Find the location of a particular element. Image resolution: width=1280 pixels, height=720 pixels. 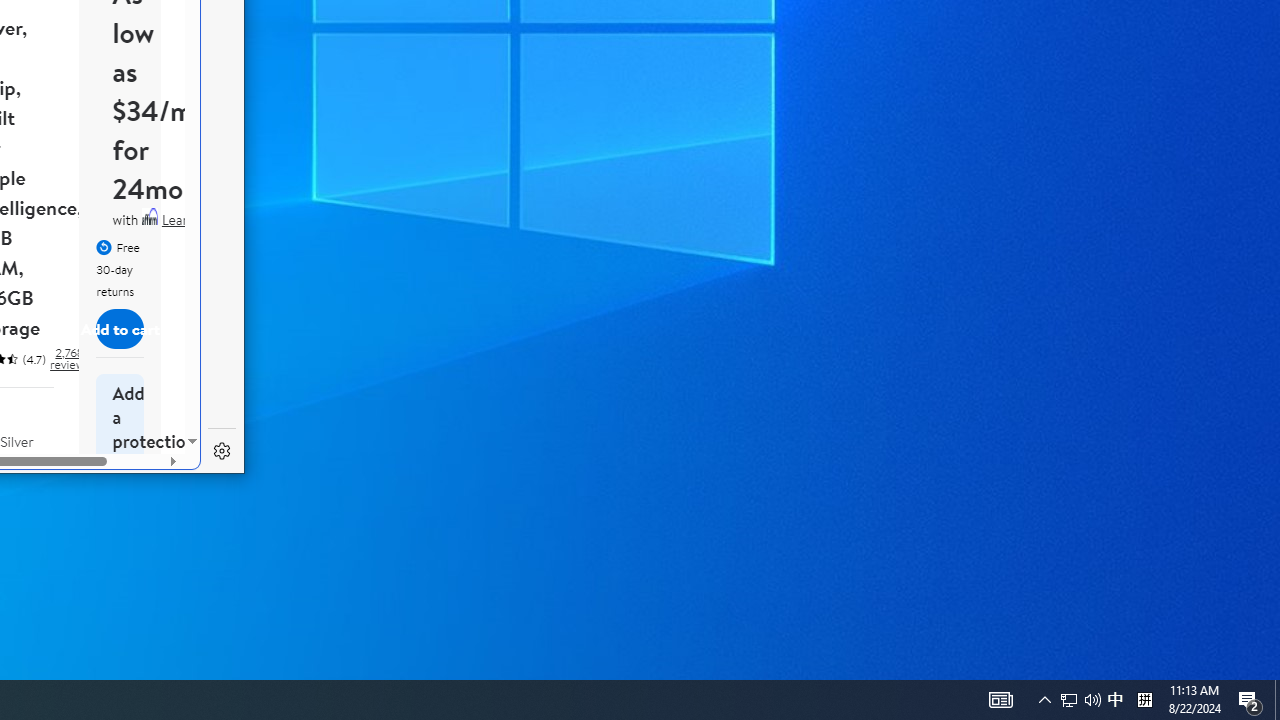

'Tray Input Indicator - Chinese (Simplified, China)' is located at coordinates (1144, 698).